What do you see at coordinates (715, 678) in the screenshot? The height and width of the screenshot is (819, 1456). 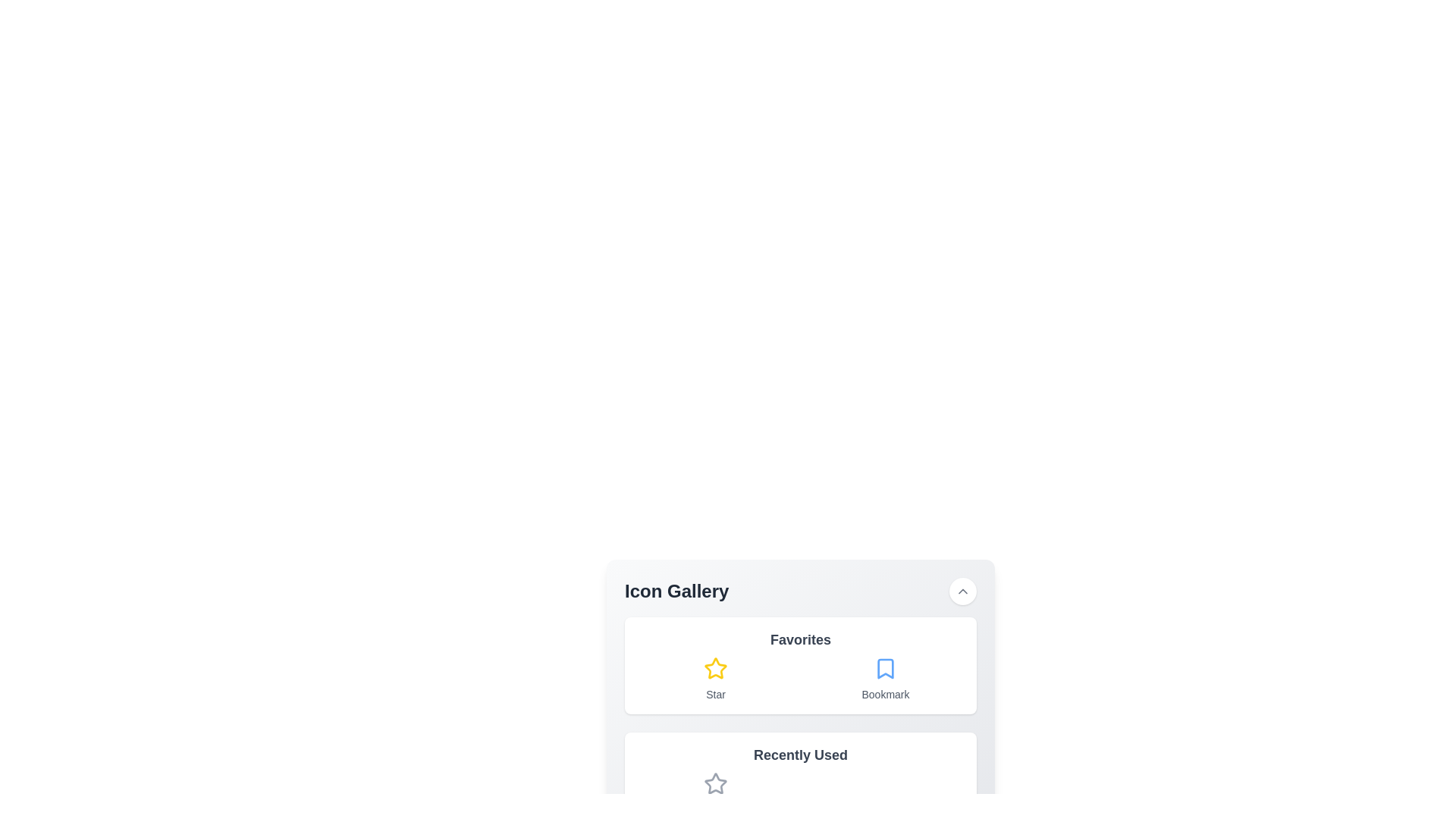 I see `the yellow star icon in the Favorites section of the Icon Gallery` at bounding box center [715, 678].